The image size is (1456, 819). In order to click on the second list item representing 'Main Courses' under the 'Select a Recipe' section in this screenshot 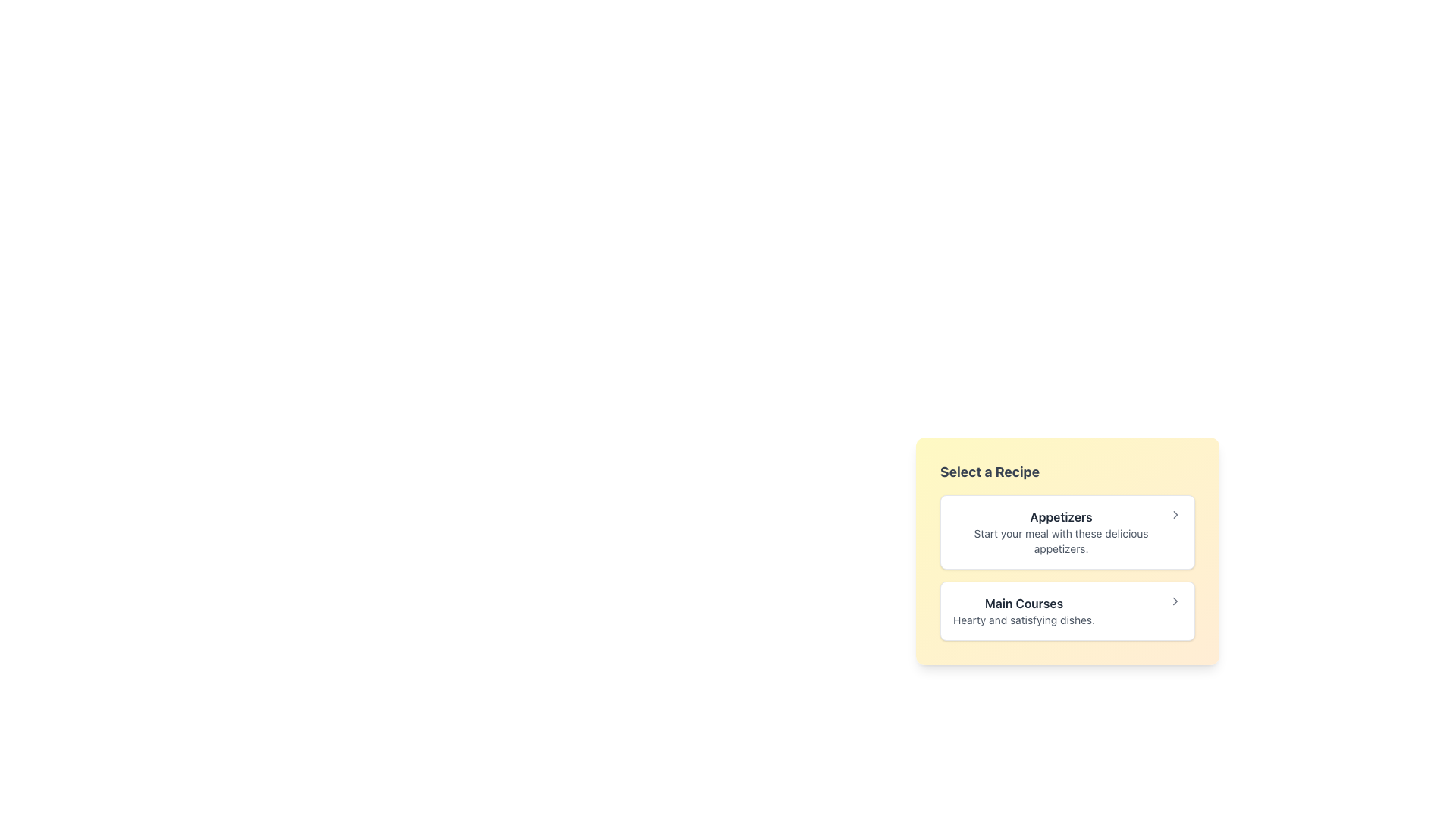, I will do `click(1066, 610)`.